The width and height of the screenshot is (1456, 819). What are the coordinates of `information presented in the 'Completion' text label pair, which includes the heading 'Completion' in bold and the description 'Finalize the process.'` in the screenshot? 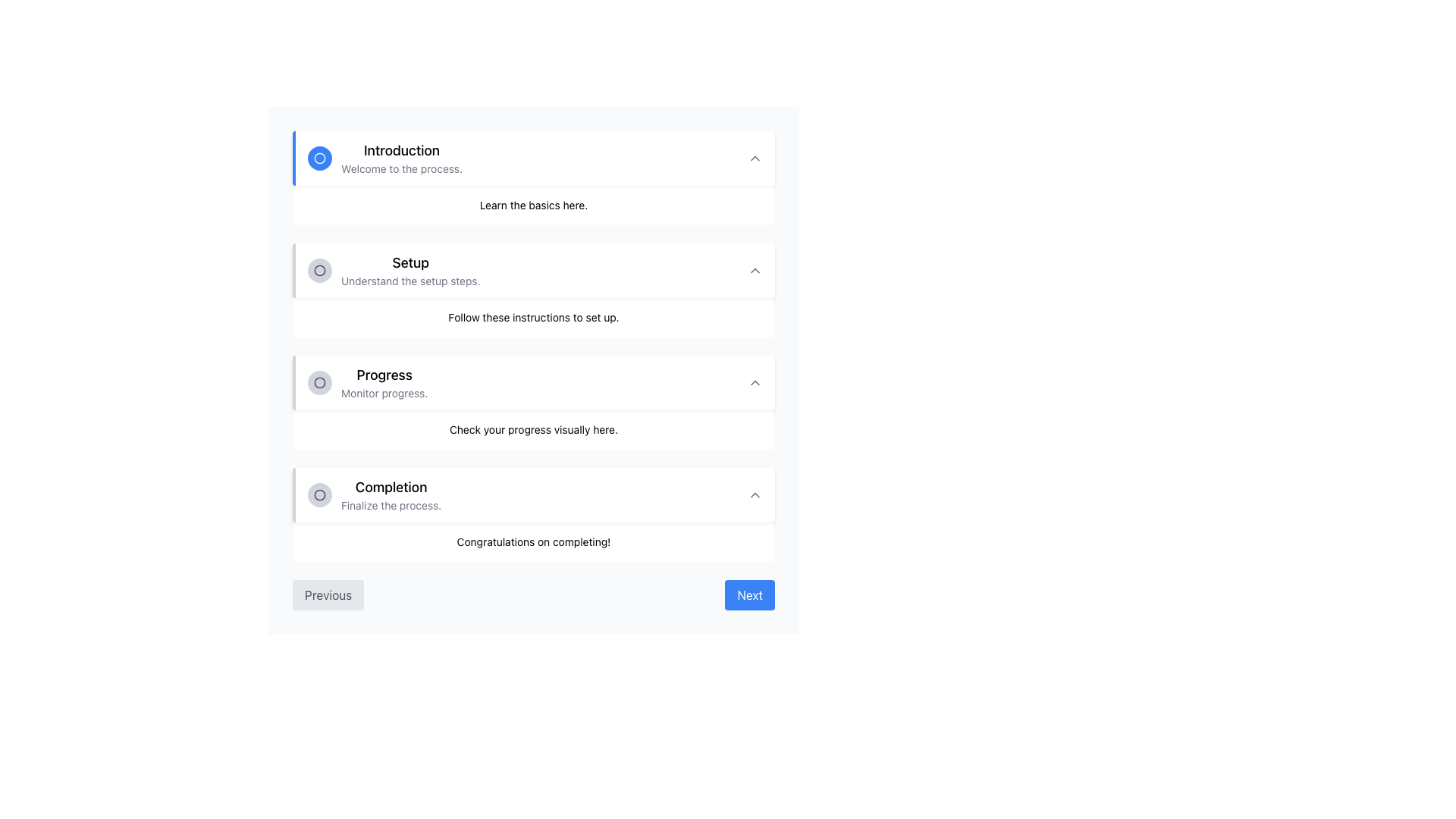 It's located at (391, 494).